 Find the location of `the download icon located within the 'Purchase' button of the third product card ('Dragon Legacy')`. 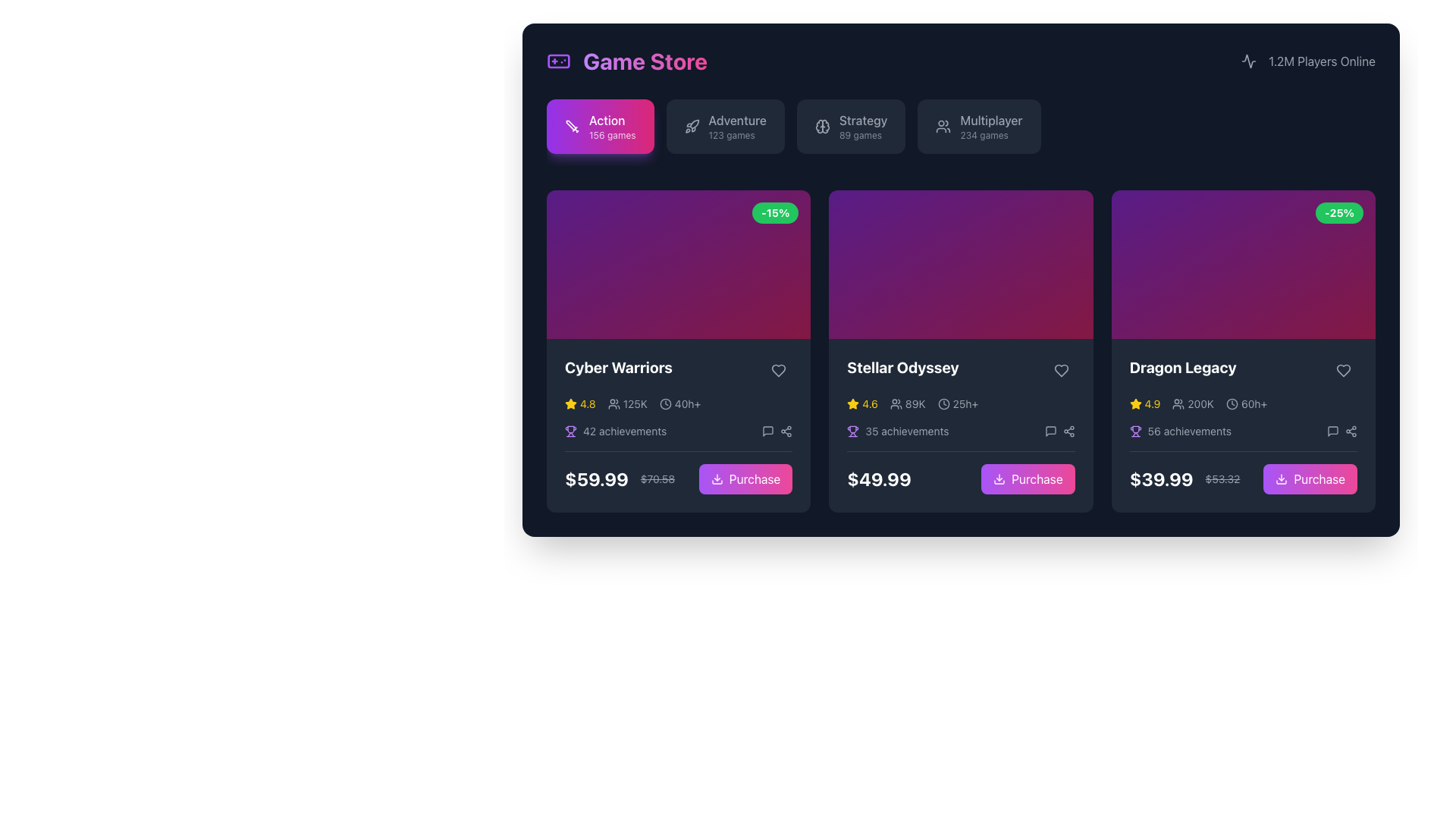

the download icon located within the 'Purchase' button of the third product card ('Dragon Legacy') is located at coordinates (1281, 479).